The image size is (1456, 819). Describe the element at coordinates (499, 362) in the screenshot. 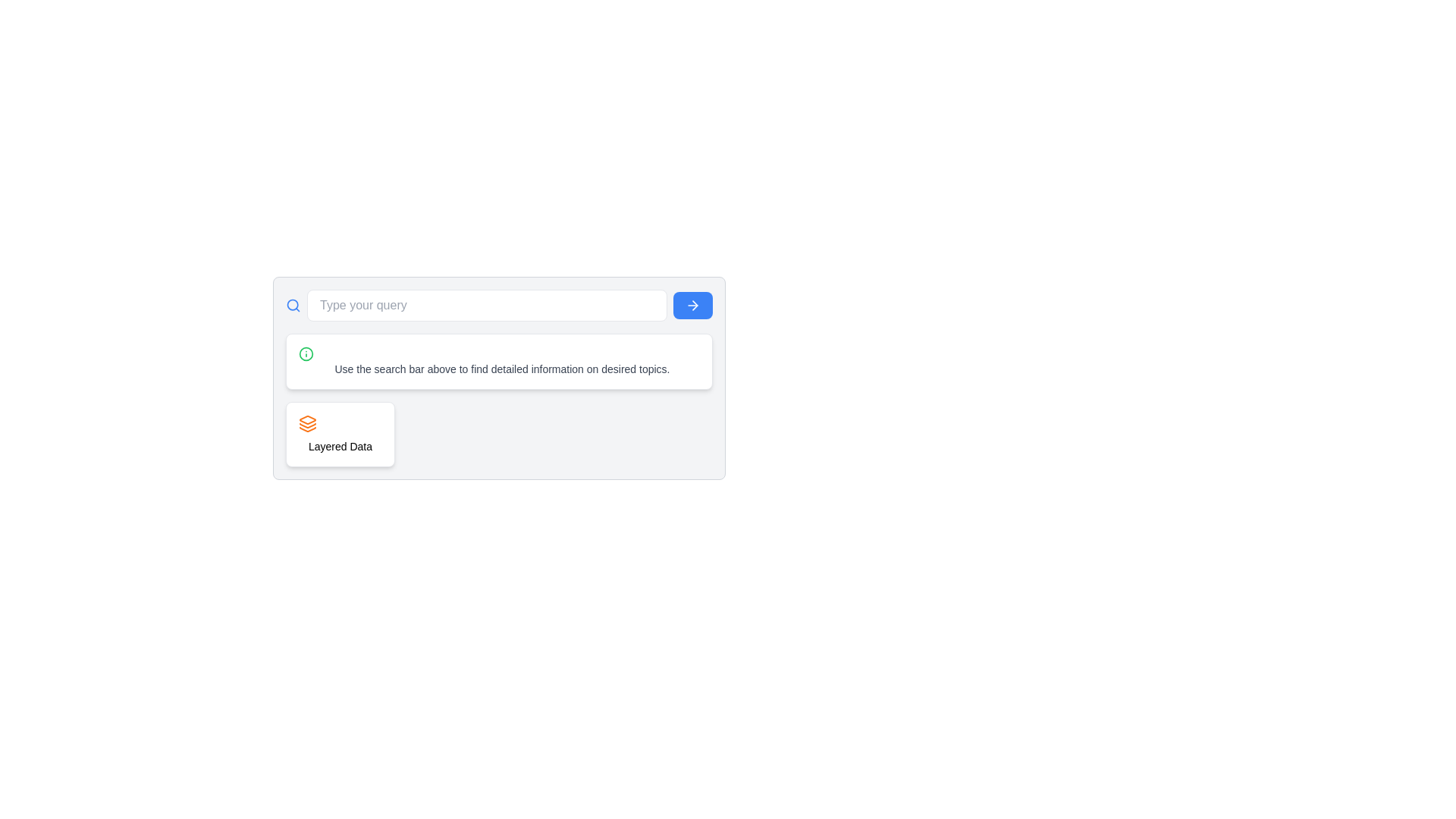

I see `the Informational text card, which has a white background, rounded corners, and contains an 'i' icon in a green circle on the left side` at that location.